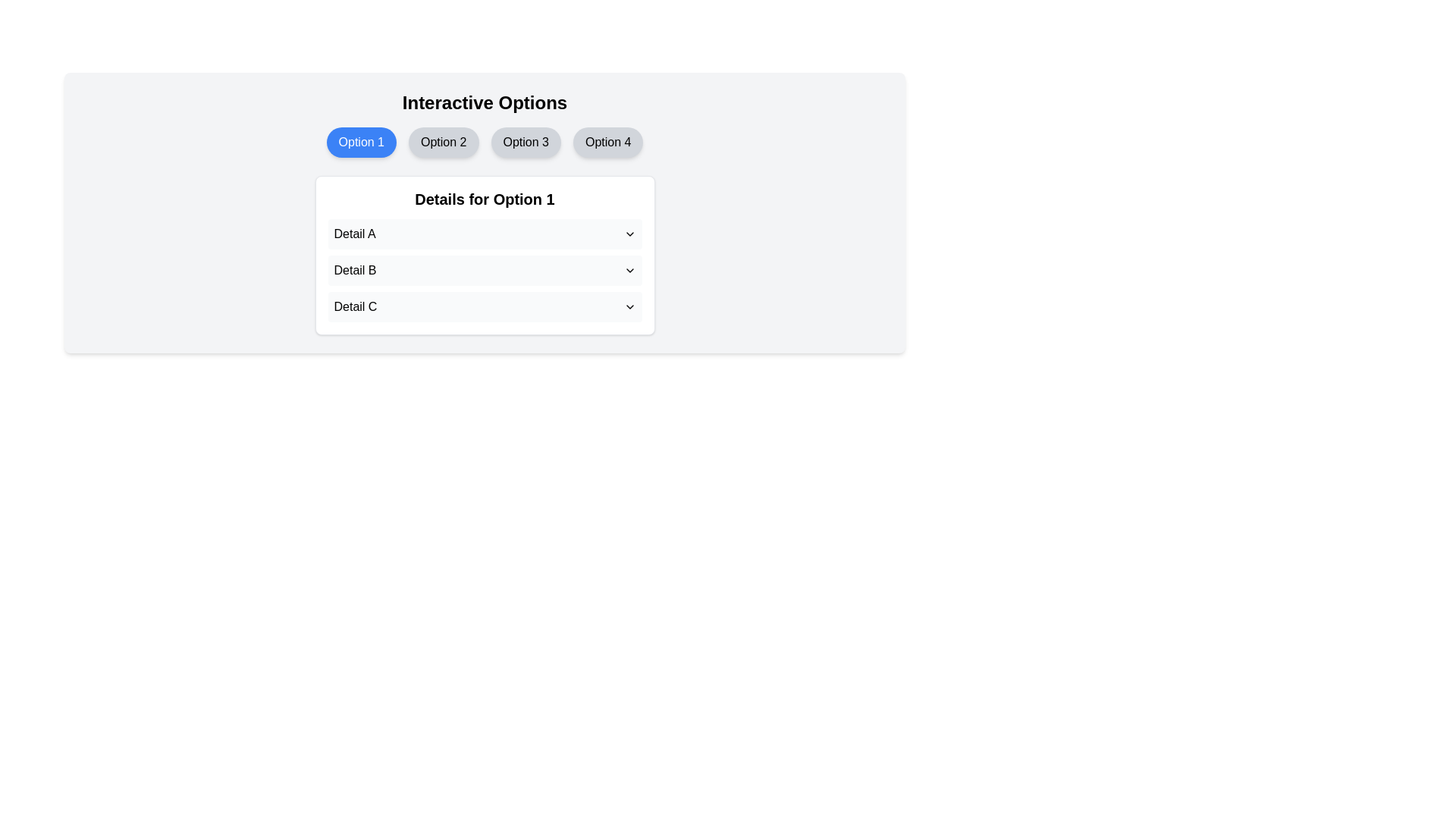  I want to click on the button labeled 'Option 3' with a rounded rectangular shape and light gray background, so click(526, 143).